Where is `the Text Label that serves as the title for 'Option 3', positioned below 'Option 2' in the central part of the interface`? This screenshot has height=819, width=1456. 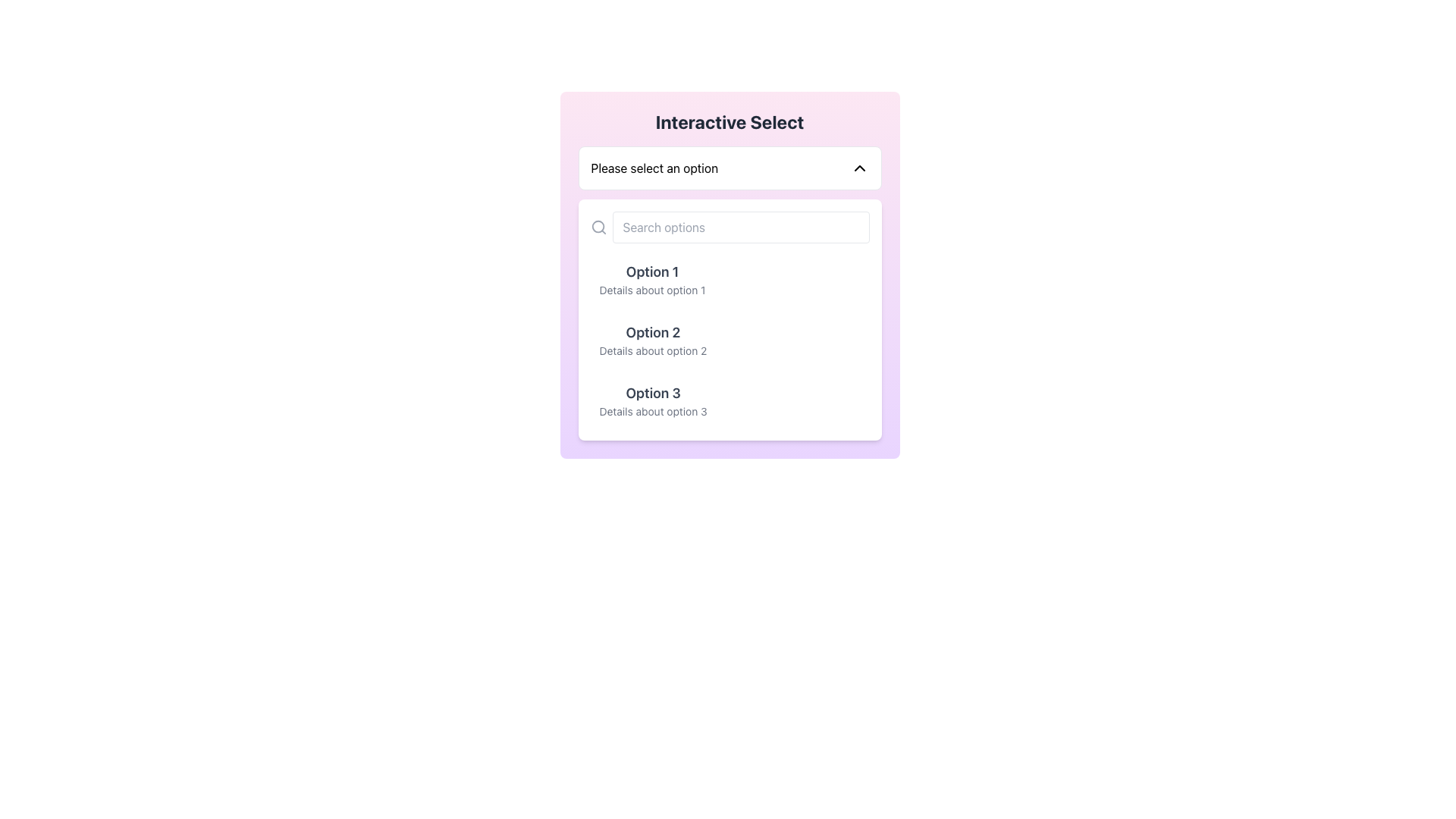
the Text Label that serves as the title for 'Option 3', positioned below 'Option 2' in the central part of the interface is located at coordinates (653, 393).